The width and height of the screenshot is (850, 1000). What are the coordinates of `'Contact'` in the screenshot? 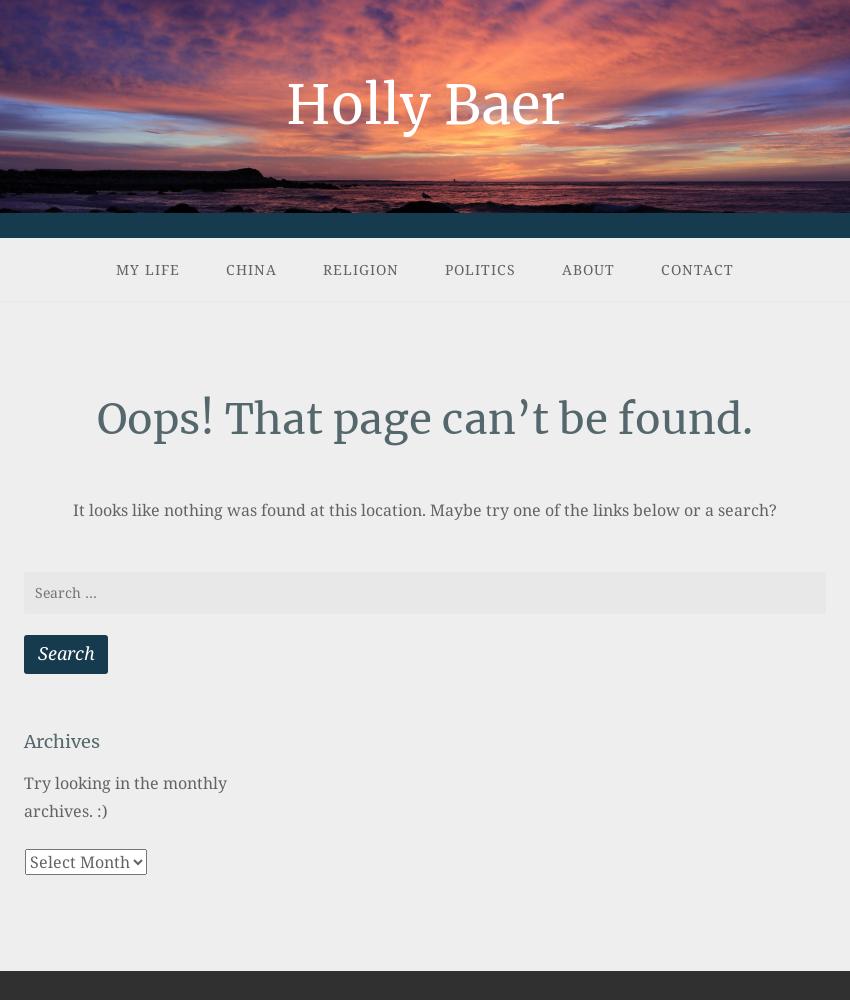 It's located at (696, 269).